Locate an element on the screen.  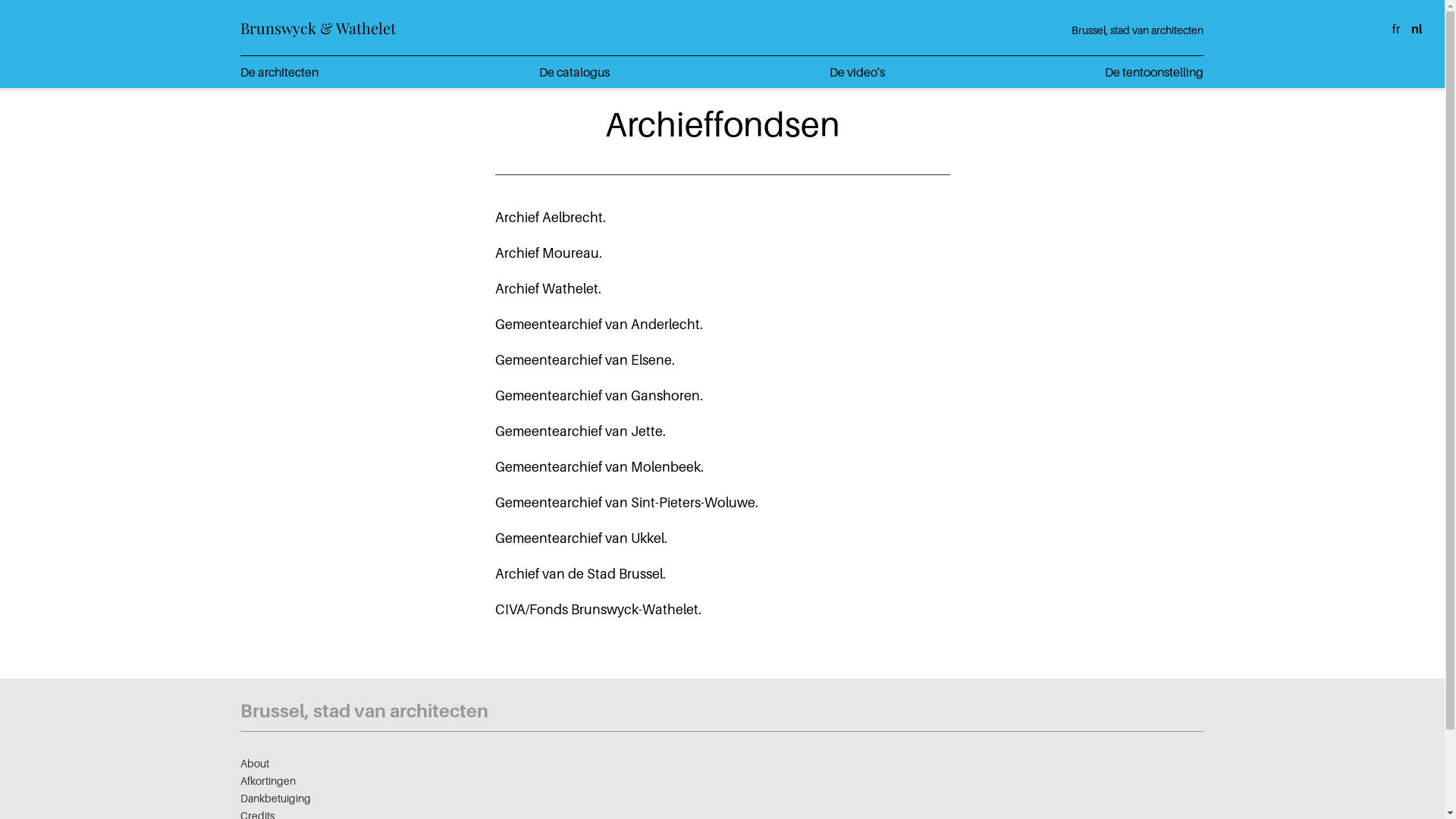
'About' is located at coordinates (255, 763).